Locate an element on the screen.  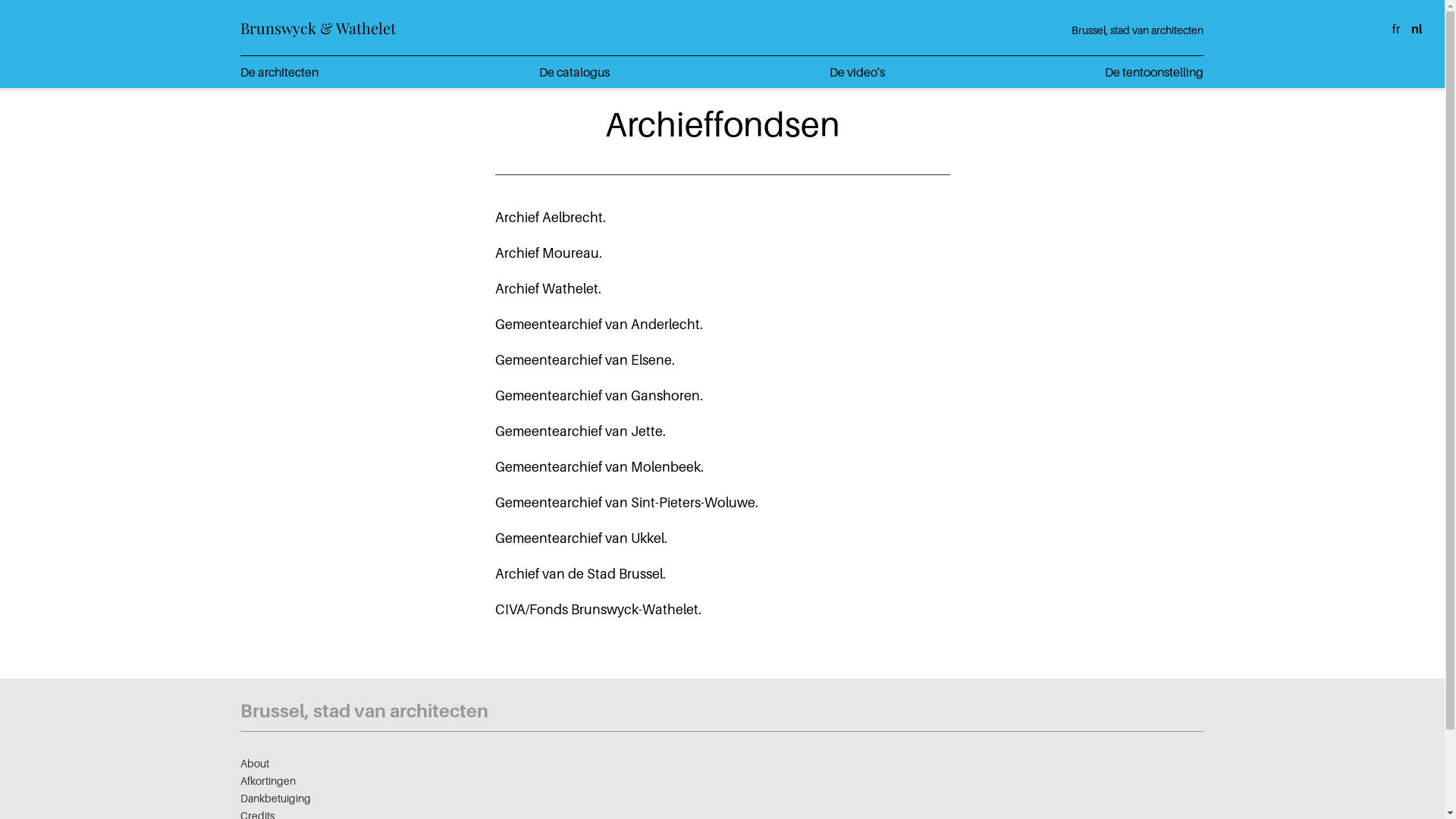
'About' is located at coordinates (255, 763).